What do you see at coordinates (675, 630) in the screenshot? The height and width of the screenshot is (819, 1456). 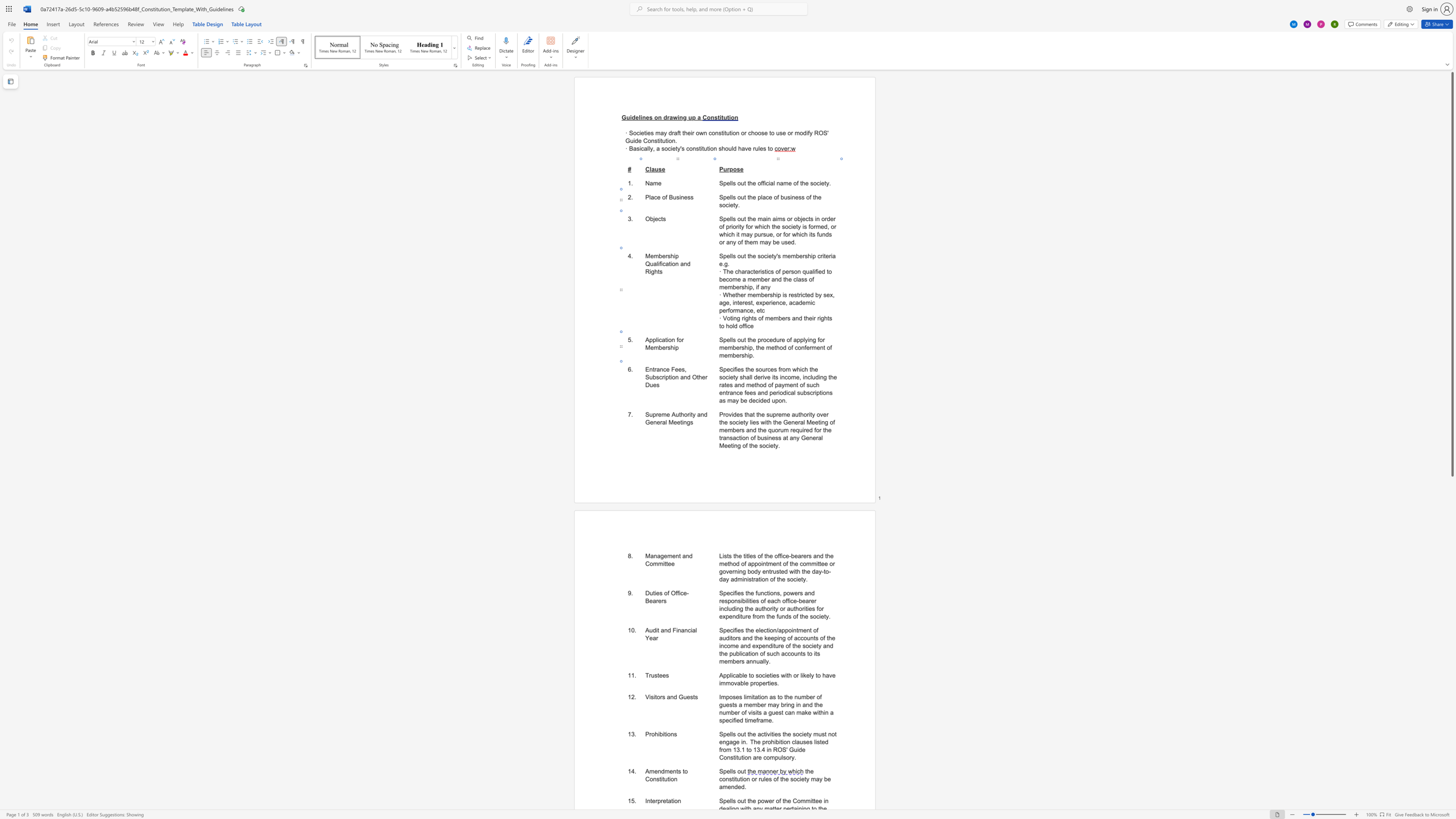 I see `the space between the continuous character "F" and "i" in the text` at bounding box center [675, 630].